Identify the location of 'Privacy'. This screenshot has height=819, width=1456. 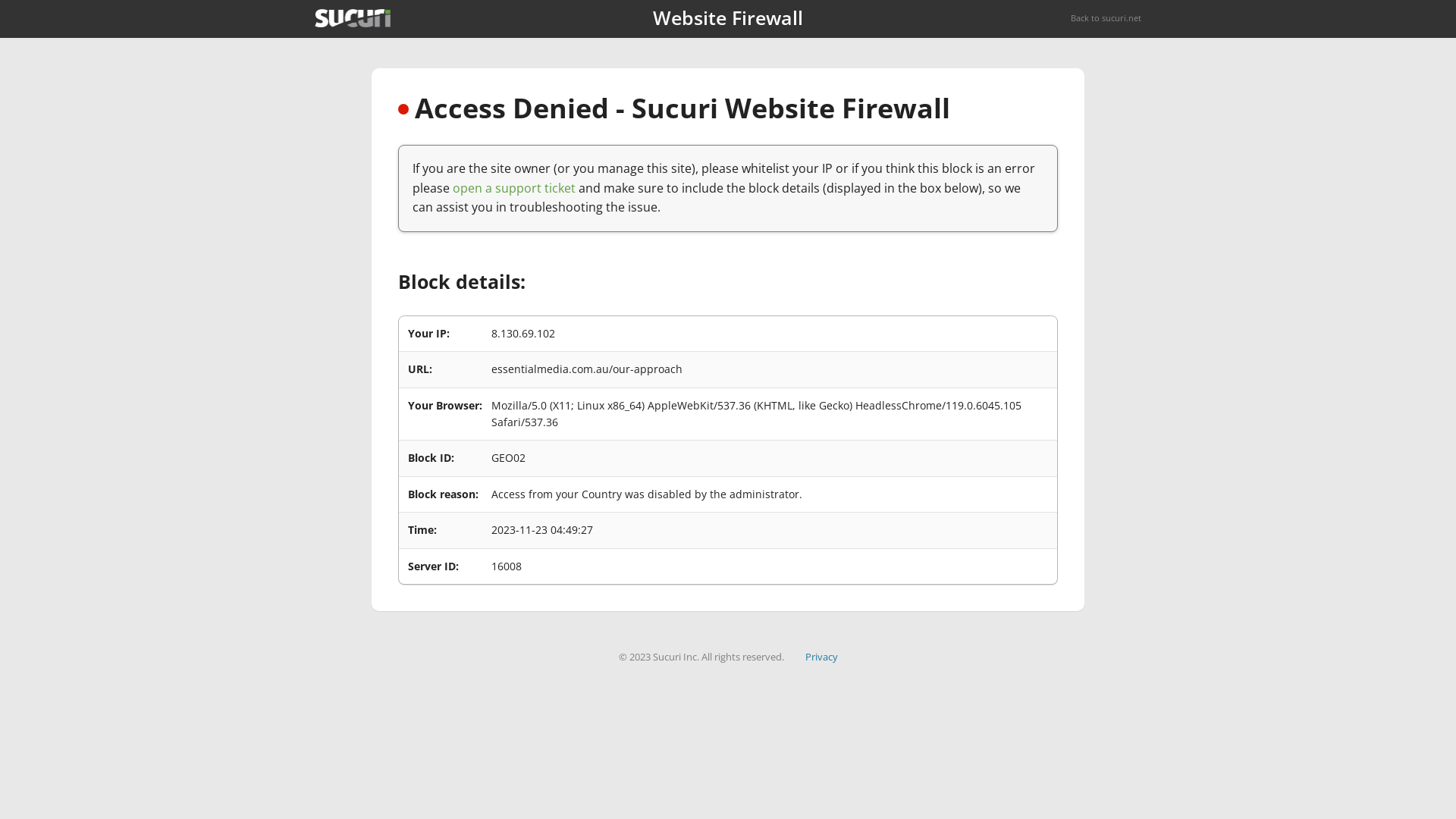
(821, 656).